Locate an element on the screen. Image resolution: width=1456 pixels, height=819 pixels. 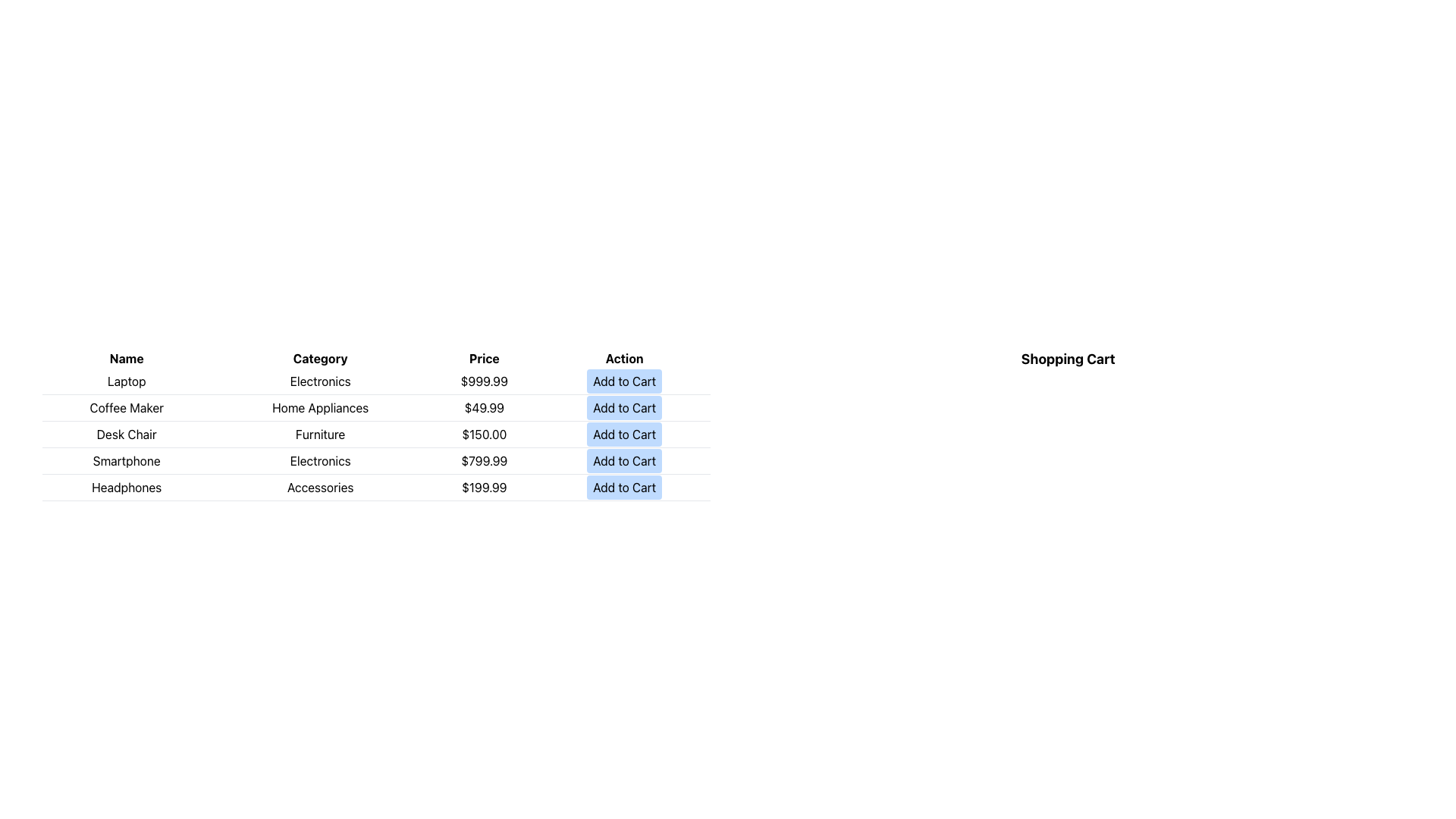
the 'Add Headphones to Cart' button located in the last row of the table under the 'Action' column is located at coordinates (624, 488).